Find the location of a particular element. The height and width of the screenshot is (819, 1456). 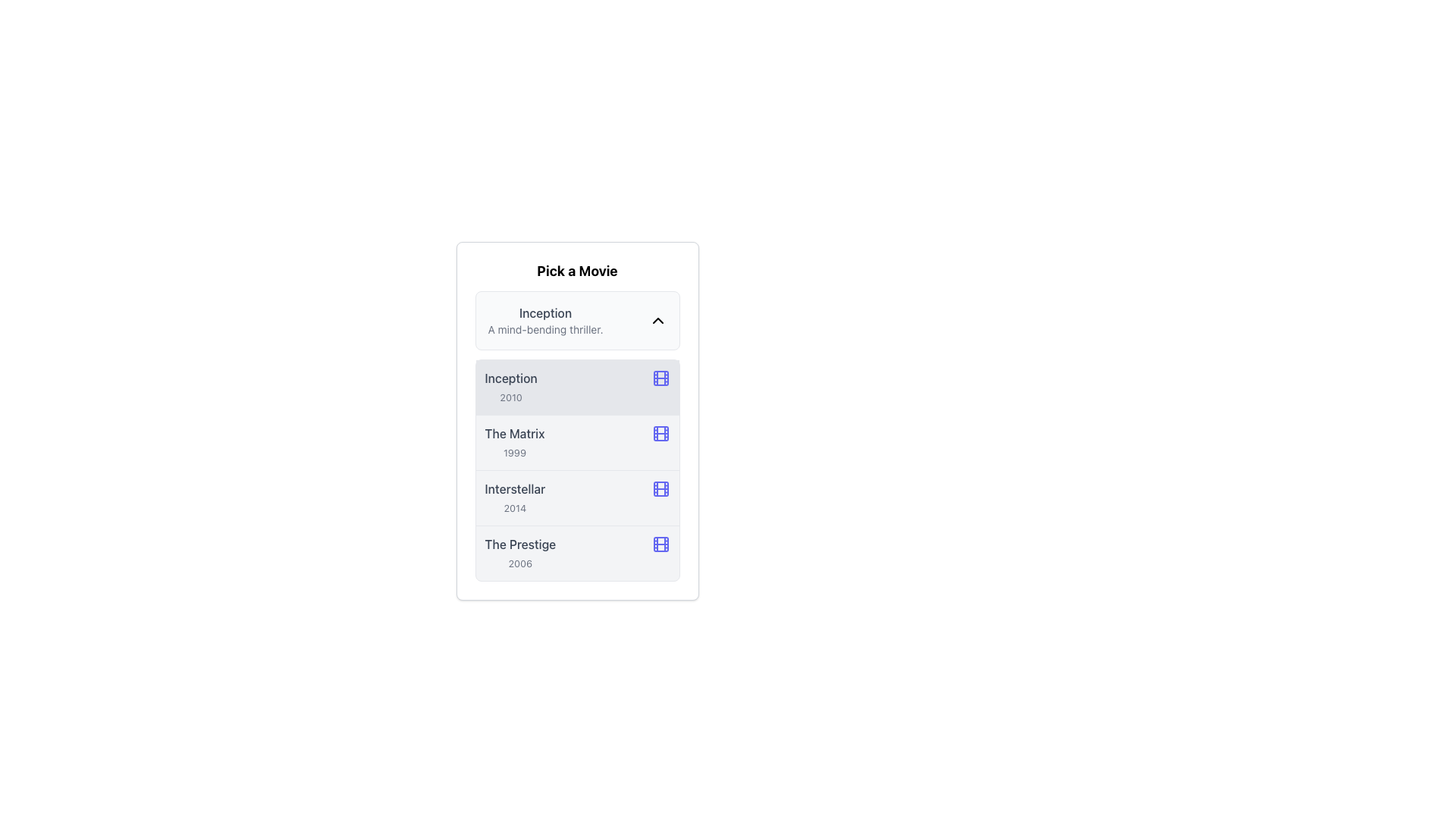

the media type icon for 'The Prestige' movie, which is the fourth icon in the list is located at coordinates (661, 543).